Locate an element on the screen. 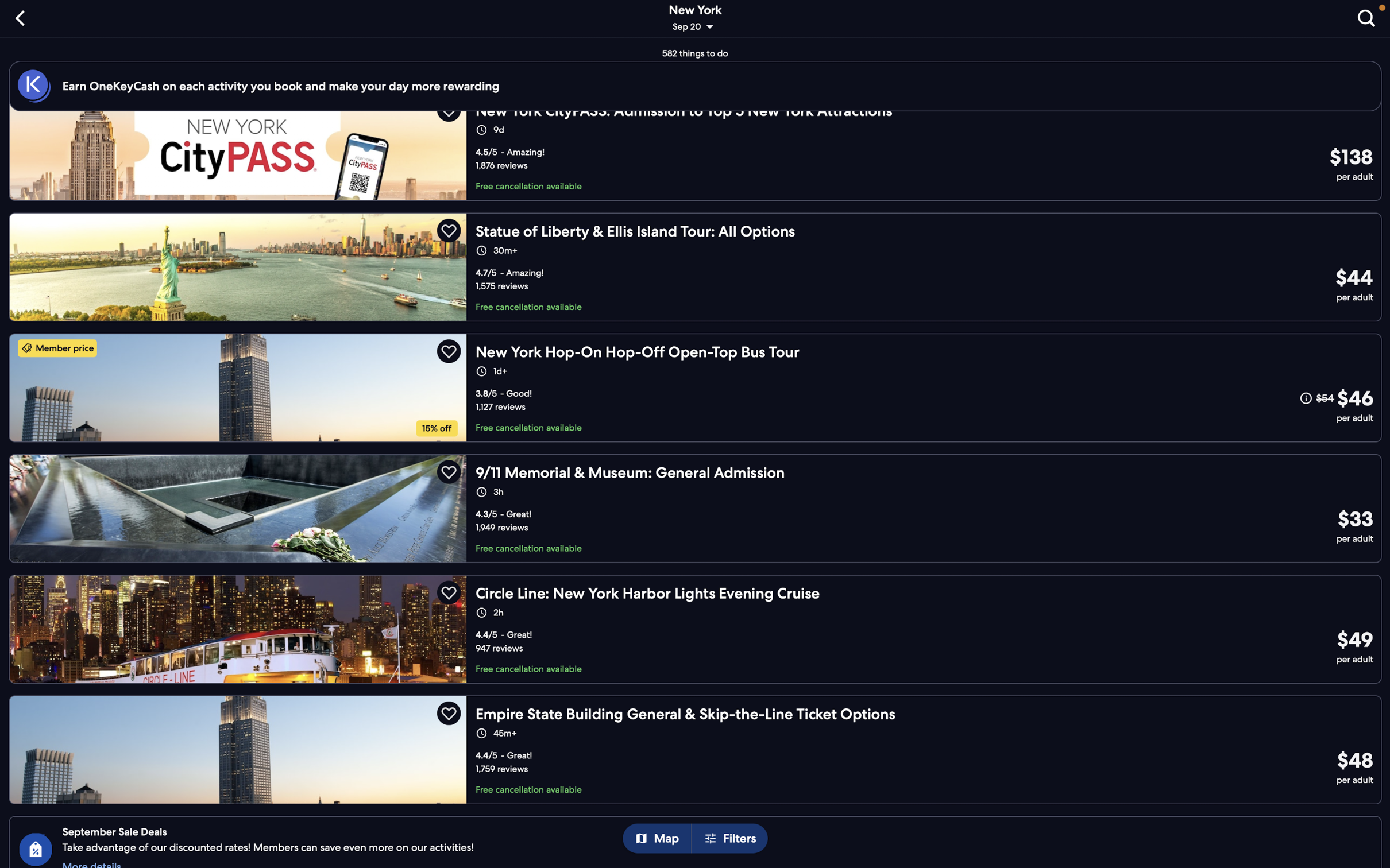  the tour package for the Statue of Liberty is located at coordinates (696, 265).